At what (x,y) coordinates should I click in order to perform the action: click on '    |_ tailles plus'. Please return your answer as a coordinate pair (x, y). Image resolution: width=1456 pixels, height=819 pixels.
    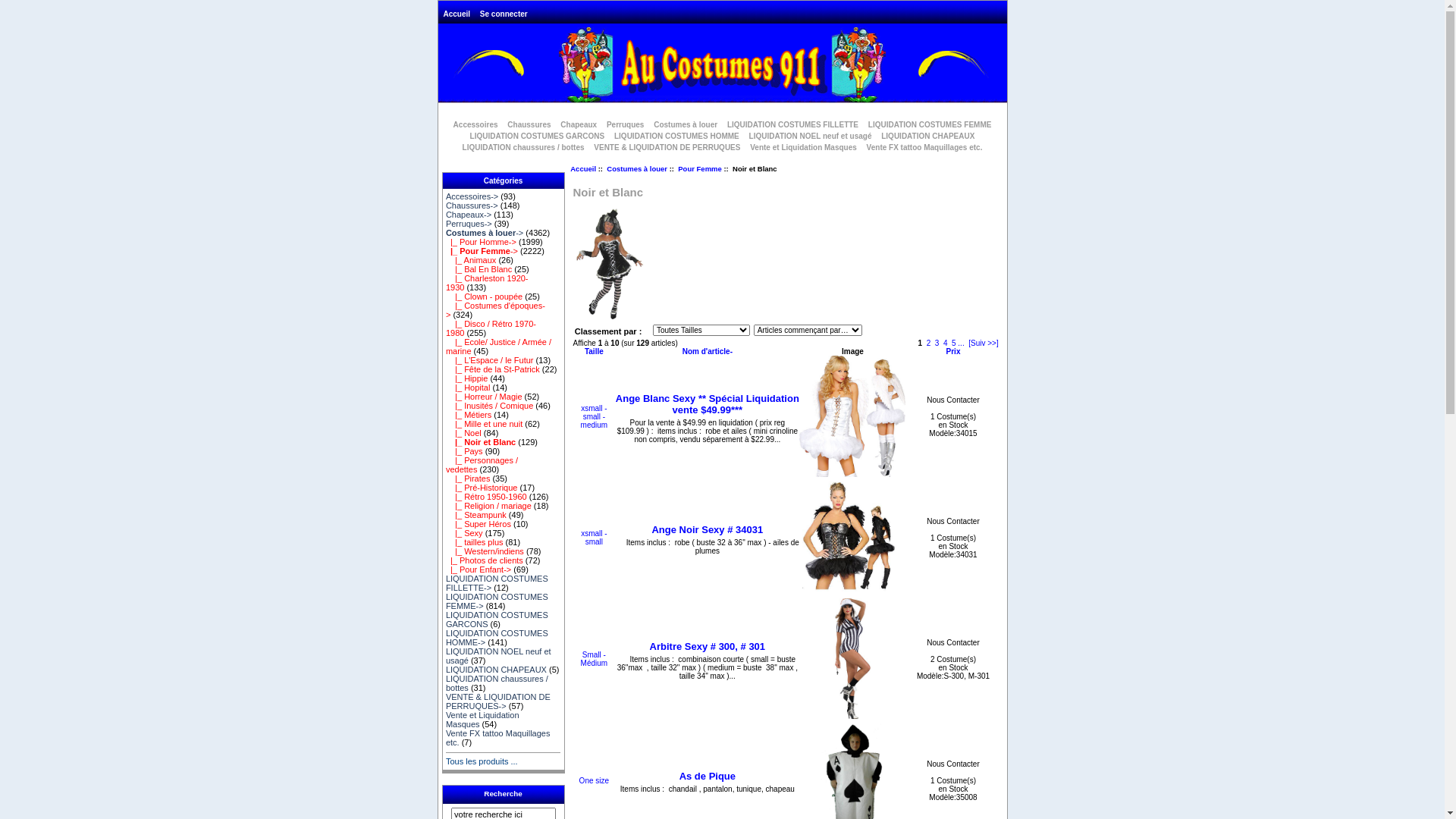
    Looking at the image, I should click on (473, 541).